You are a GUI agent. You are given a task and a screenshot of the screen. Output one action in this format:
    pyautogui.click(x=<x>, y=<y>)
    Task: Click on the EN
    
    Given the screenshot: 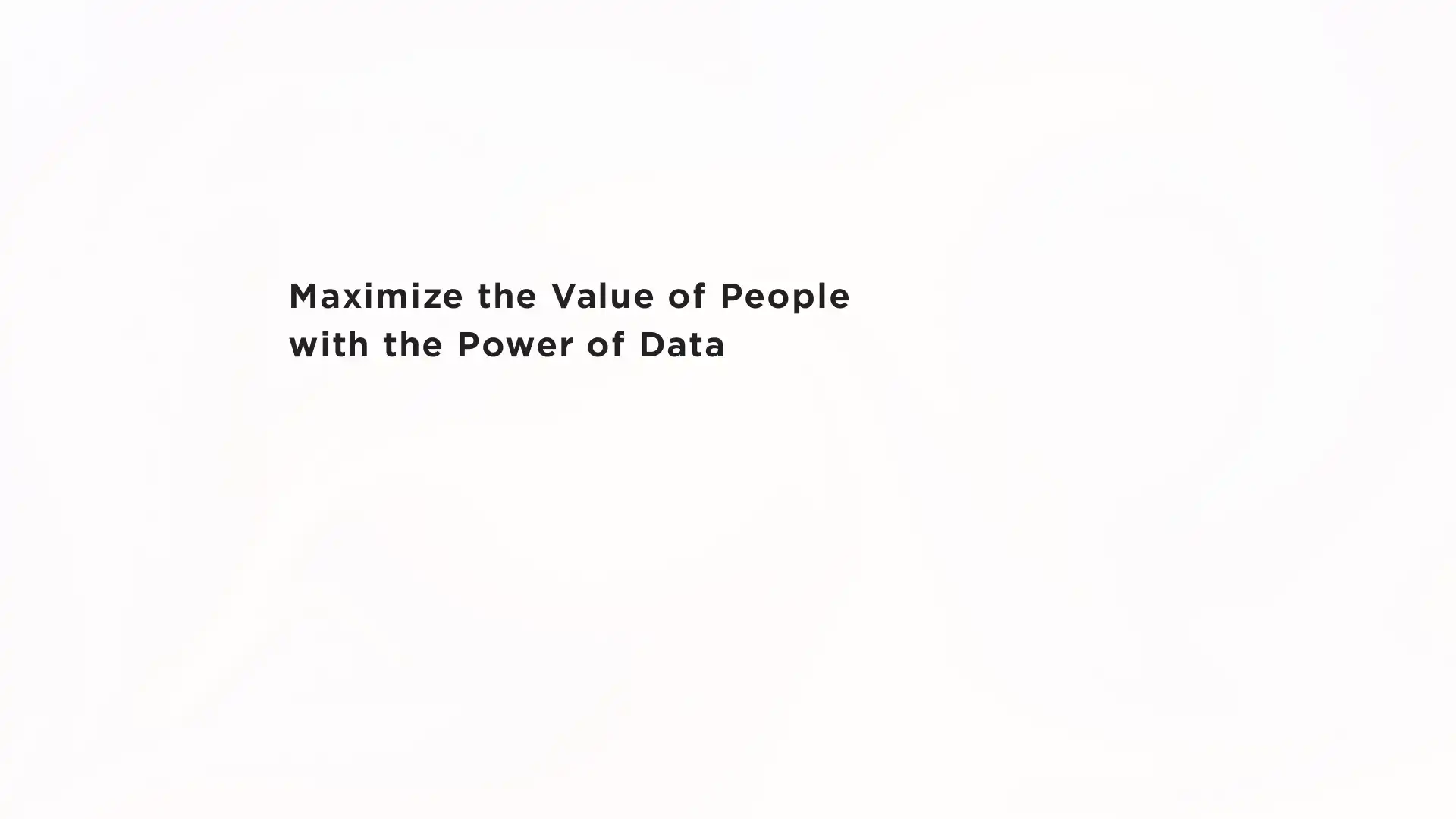 What is the action you would take?
    pyautogui.click(x=1193, y=45)
    